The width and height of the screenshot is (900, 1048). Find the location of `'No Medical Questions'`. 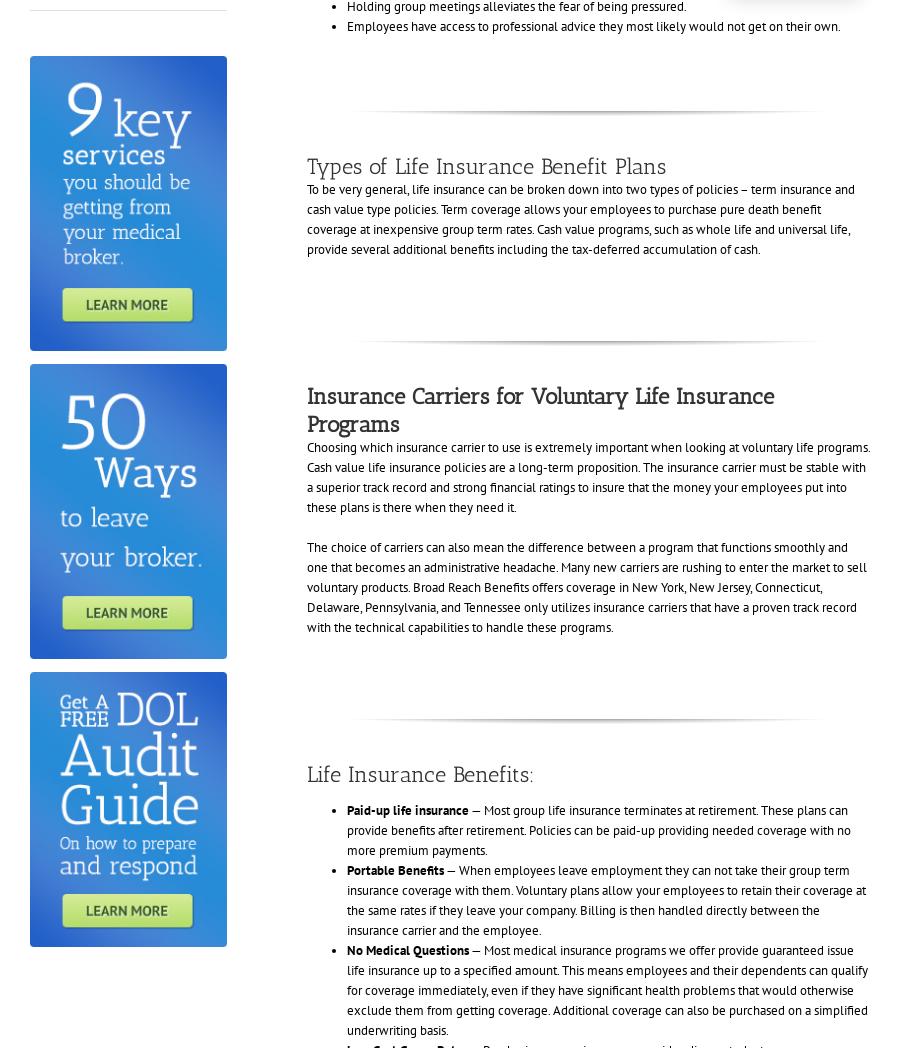

'No Medical Questions' is located at coordinates (406, 949).